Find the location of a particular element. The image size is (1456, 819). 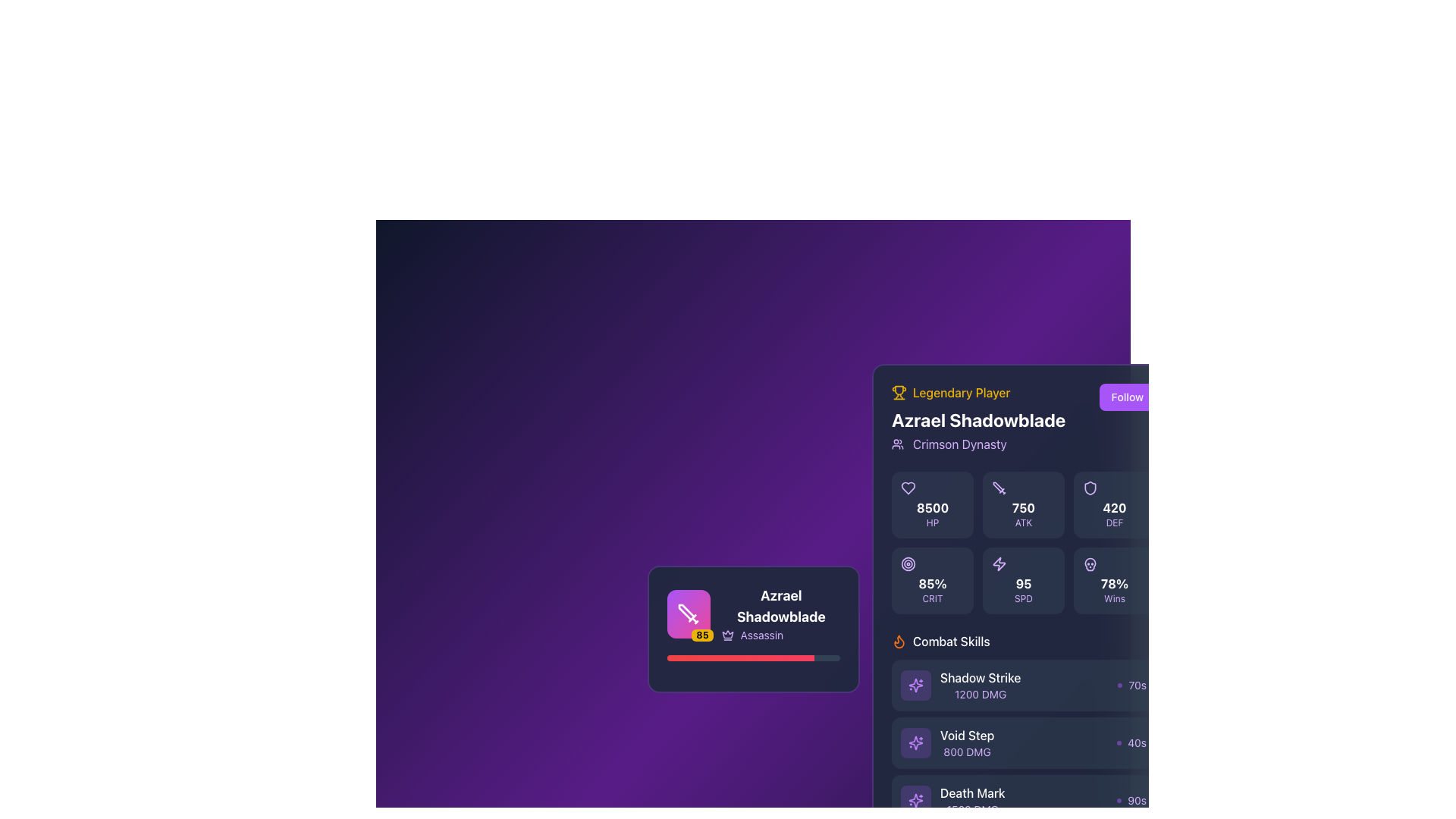

the shield-shaped SVG icon associated with the '420 DEF' attribute located near the right-hand side of the 'DEF' panel is located at coordinates (1089, 488).